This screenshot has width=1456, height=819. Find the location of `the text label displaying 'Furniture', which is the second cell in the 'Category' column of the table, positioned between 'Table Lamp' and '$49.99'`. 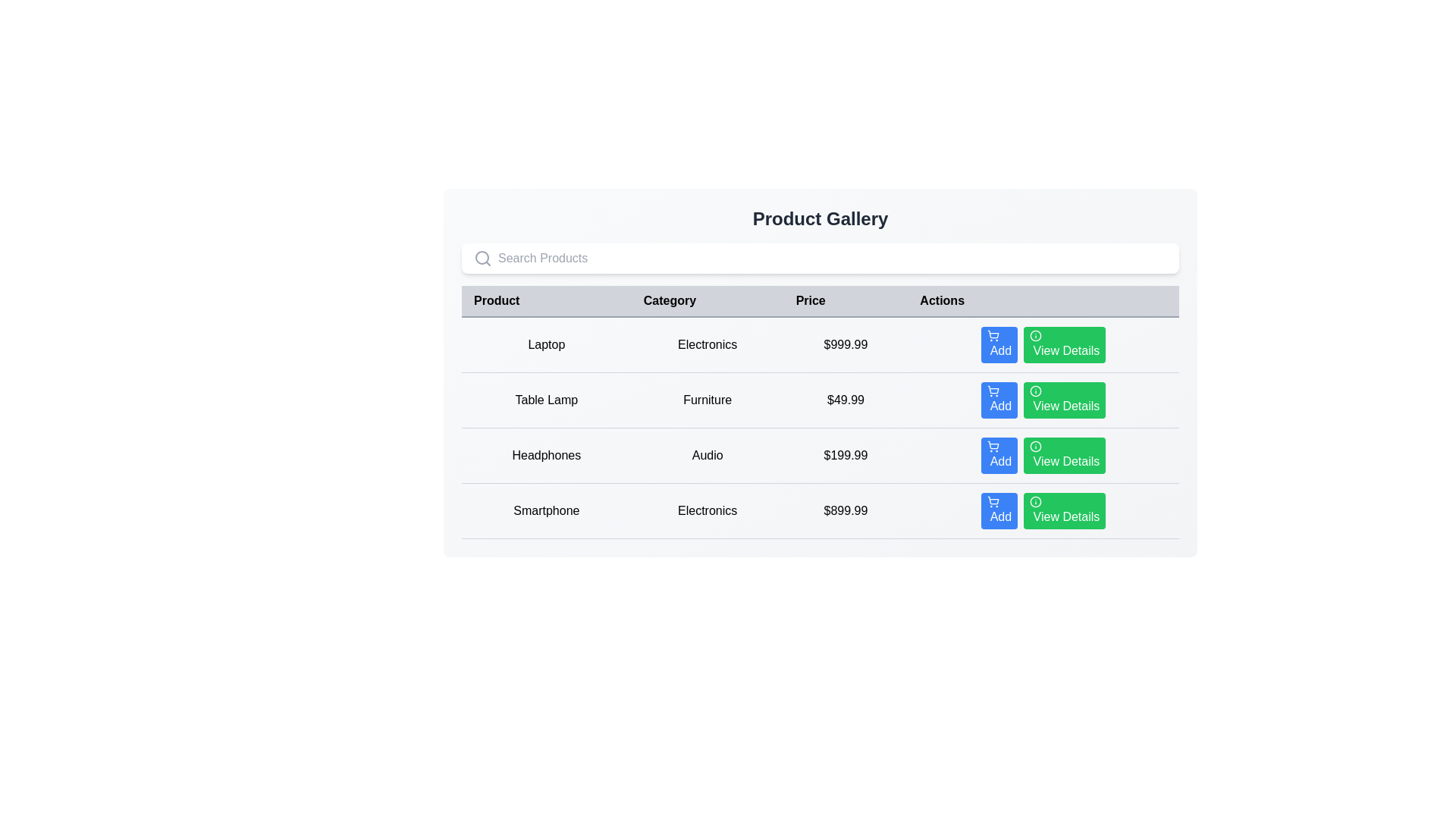

the text label displaying 'Furniture', which is the second cell in the 'Category' column of the table, positioned between 'Table Lamp' and '$49.99' is located at coordinates (707, 400).